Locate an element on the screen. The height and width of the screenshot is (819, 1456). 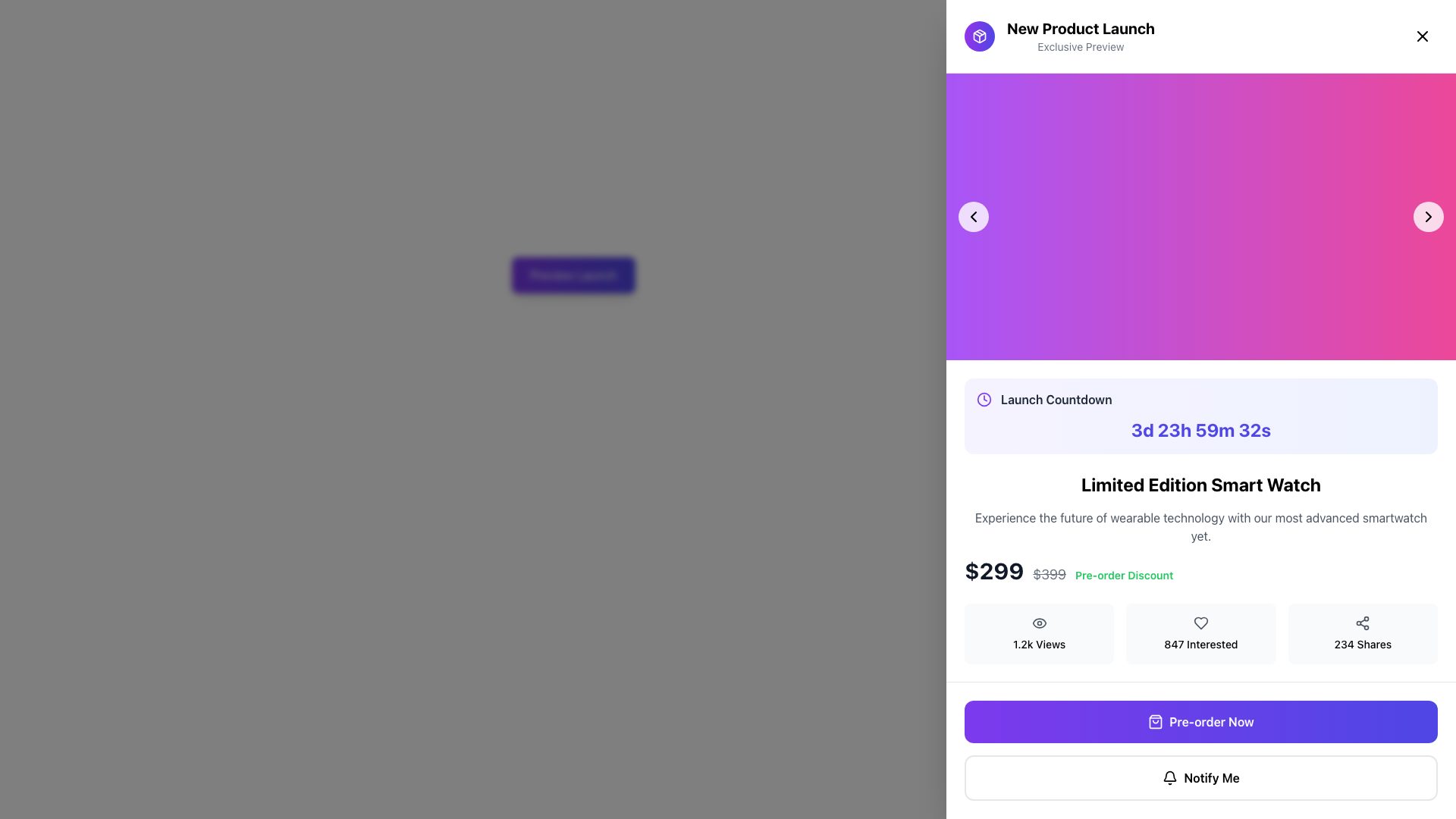
the informational section related to the smartwatch product, which is prominently styled with bold text and colored pricing details, to interact with any surrounding promotional elements is located at coordinates (1200, 528).